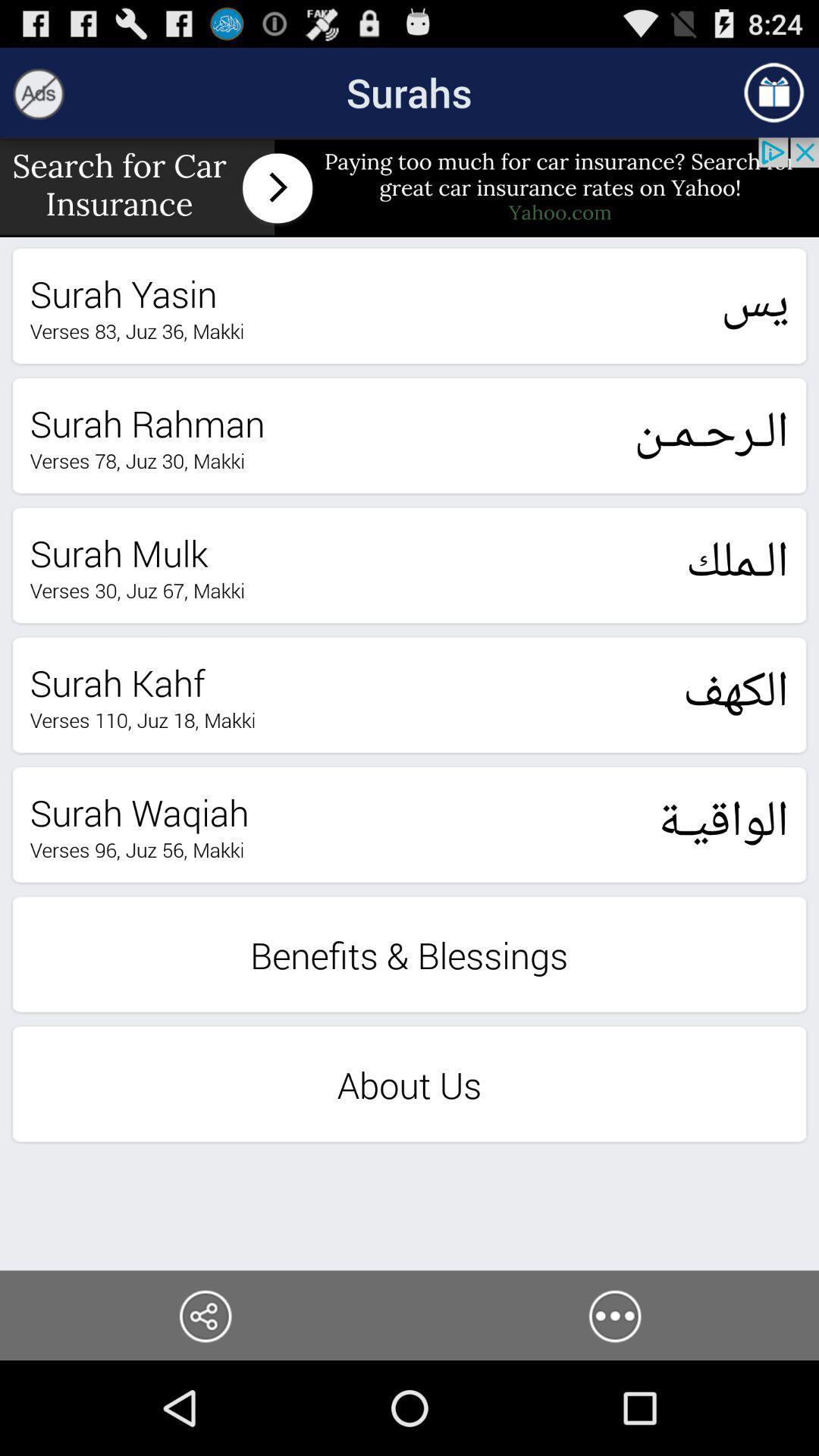 The height and width of the screenshot is (1456, 819). What do you see at coordinates (773, 92) in the screenshot?
I see `gifte` at bounding box center [773, 92].